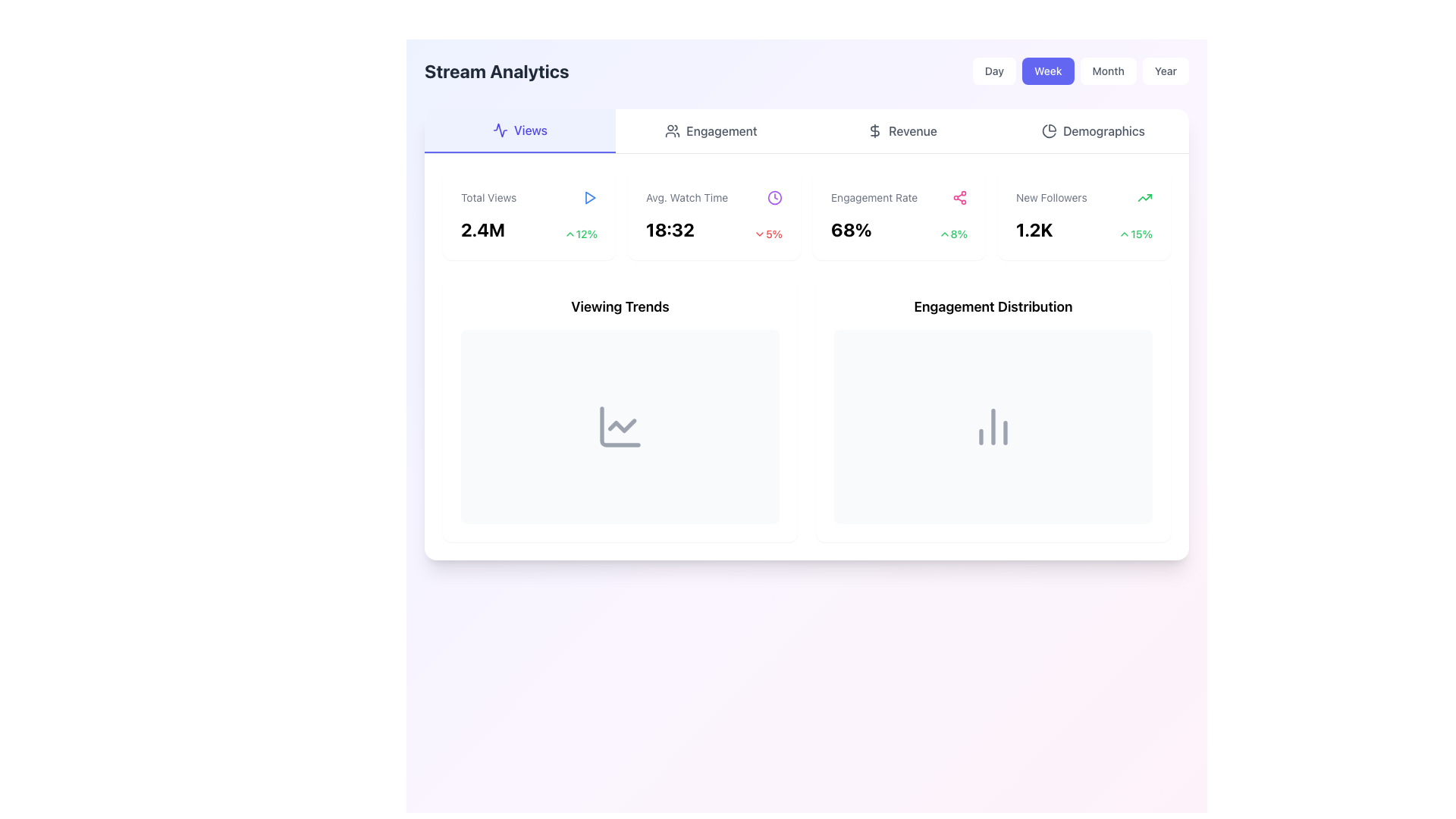 The image size is (1456, 819). Describe the element at coordinates (806, 409) in the screenshot. I see `the composite UI element containing two adjacent panels with visualizations: 'Viewing Trends' on the left and 'Engagement Distribution' on the right, both with light gray backgrounds and rounded corners` at that location.